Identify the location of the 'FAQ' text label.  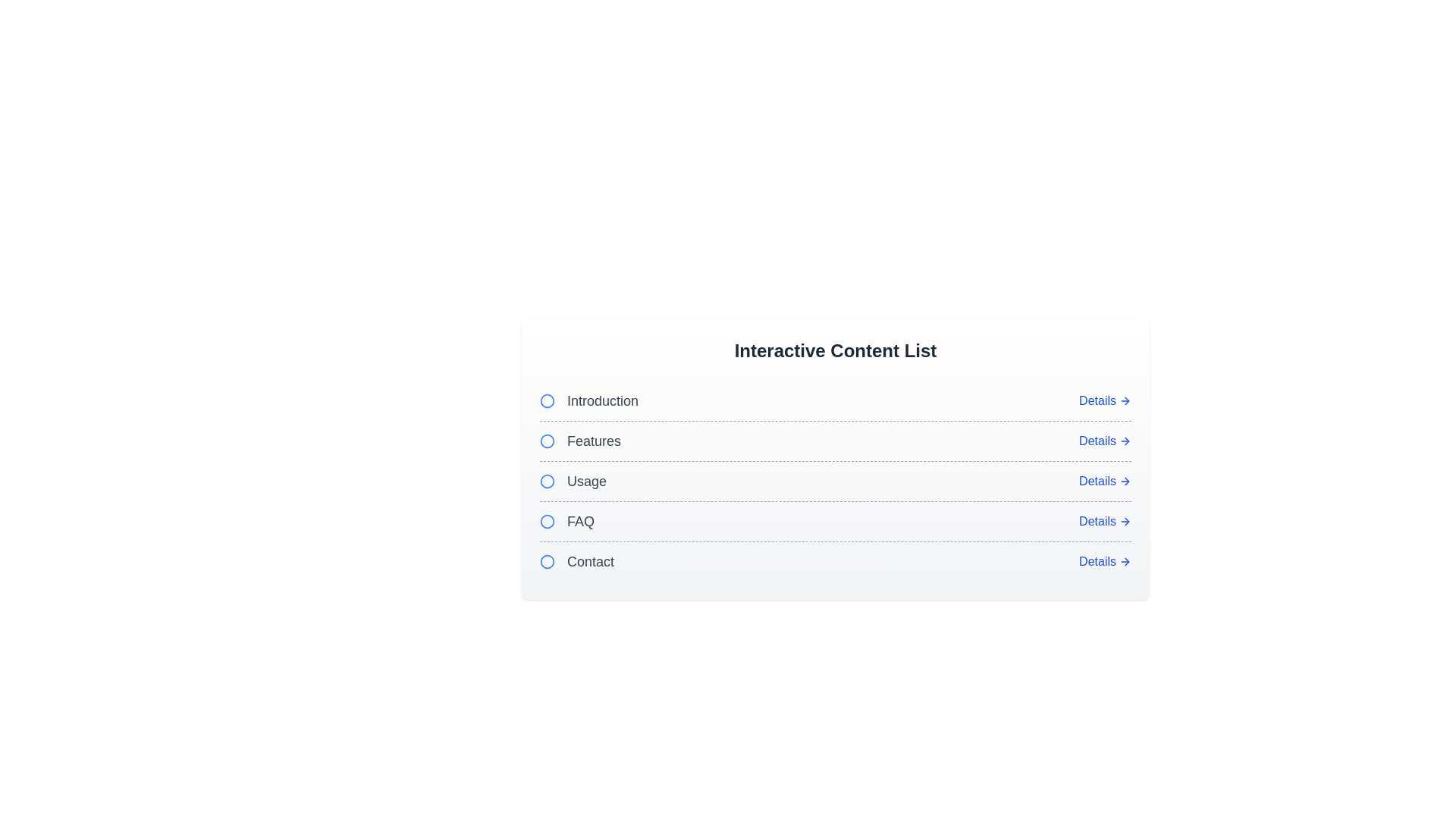
(566, 520).